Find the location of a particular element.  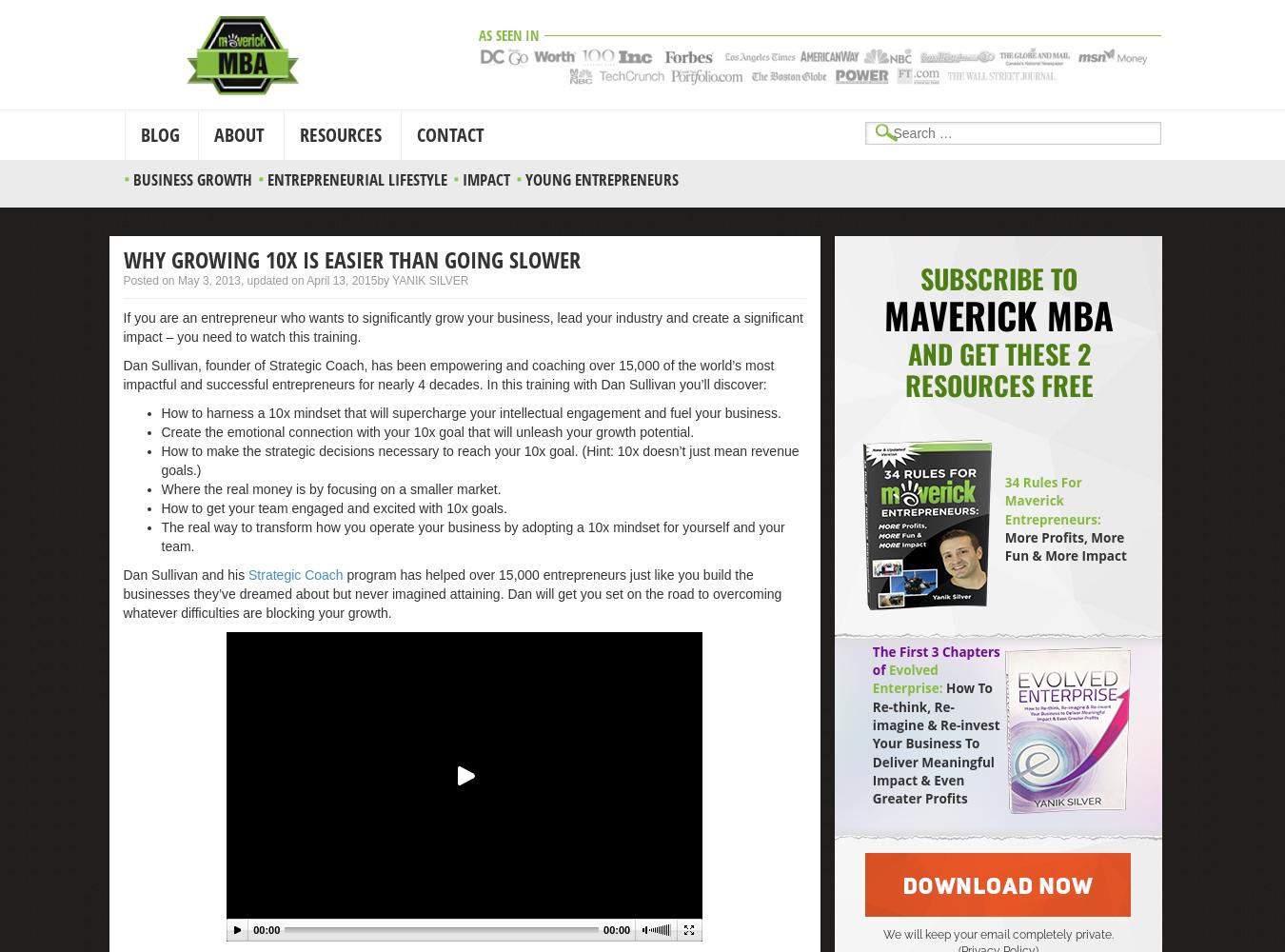

'Dan Sullivan, founder of Strategic Coach, has been empowering and coaching over 15,000 of the world’s most impactful and successful entrepreneurs for nearly 4 decades. In this training with Dan Sullivan you’ll discover:' is located at coordinates (123, 374).